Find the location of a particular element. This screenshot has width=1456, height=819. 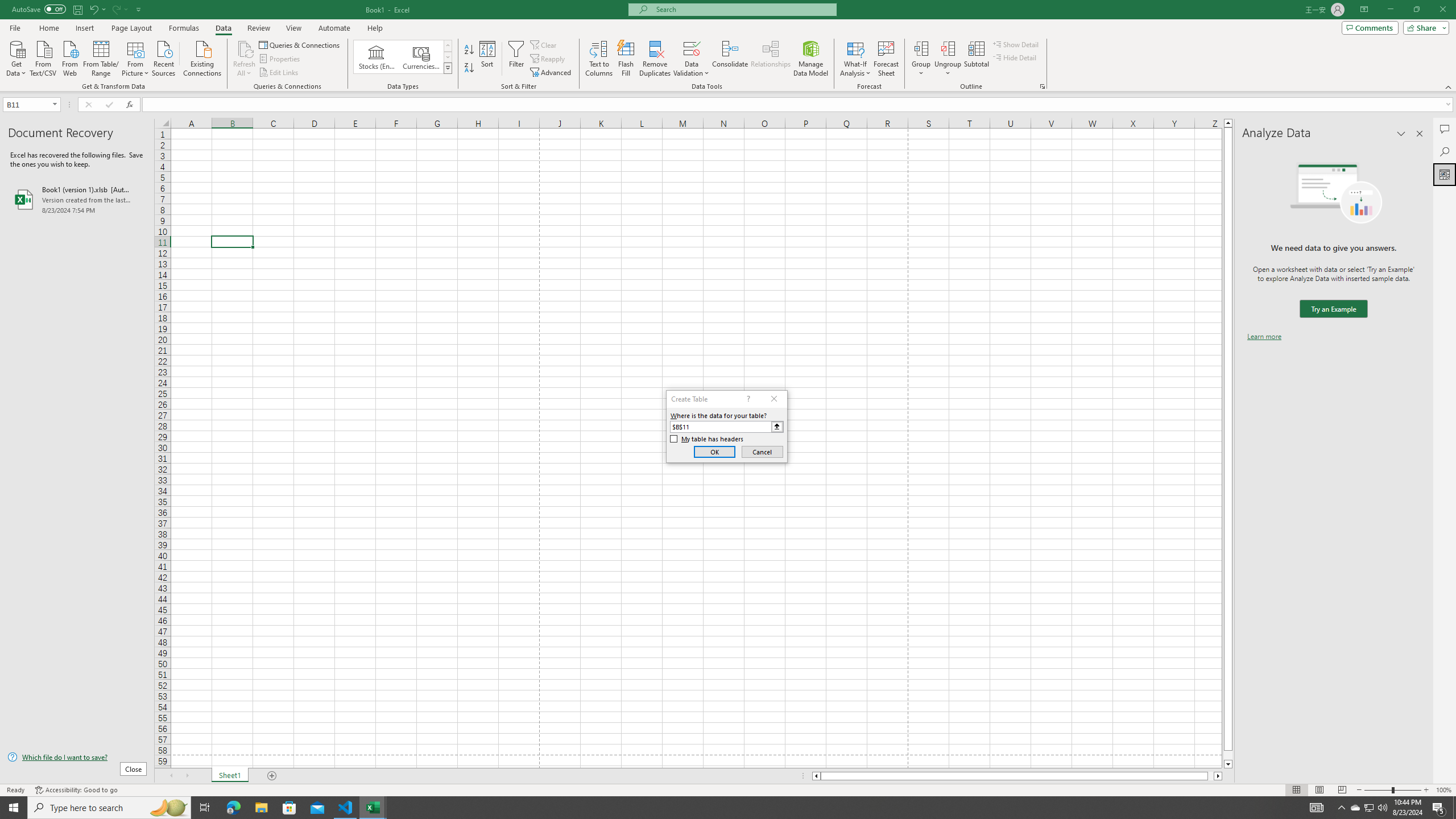

'Group and Outline Settings' is located at coordinates (1041, 85).